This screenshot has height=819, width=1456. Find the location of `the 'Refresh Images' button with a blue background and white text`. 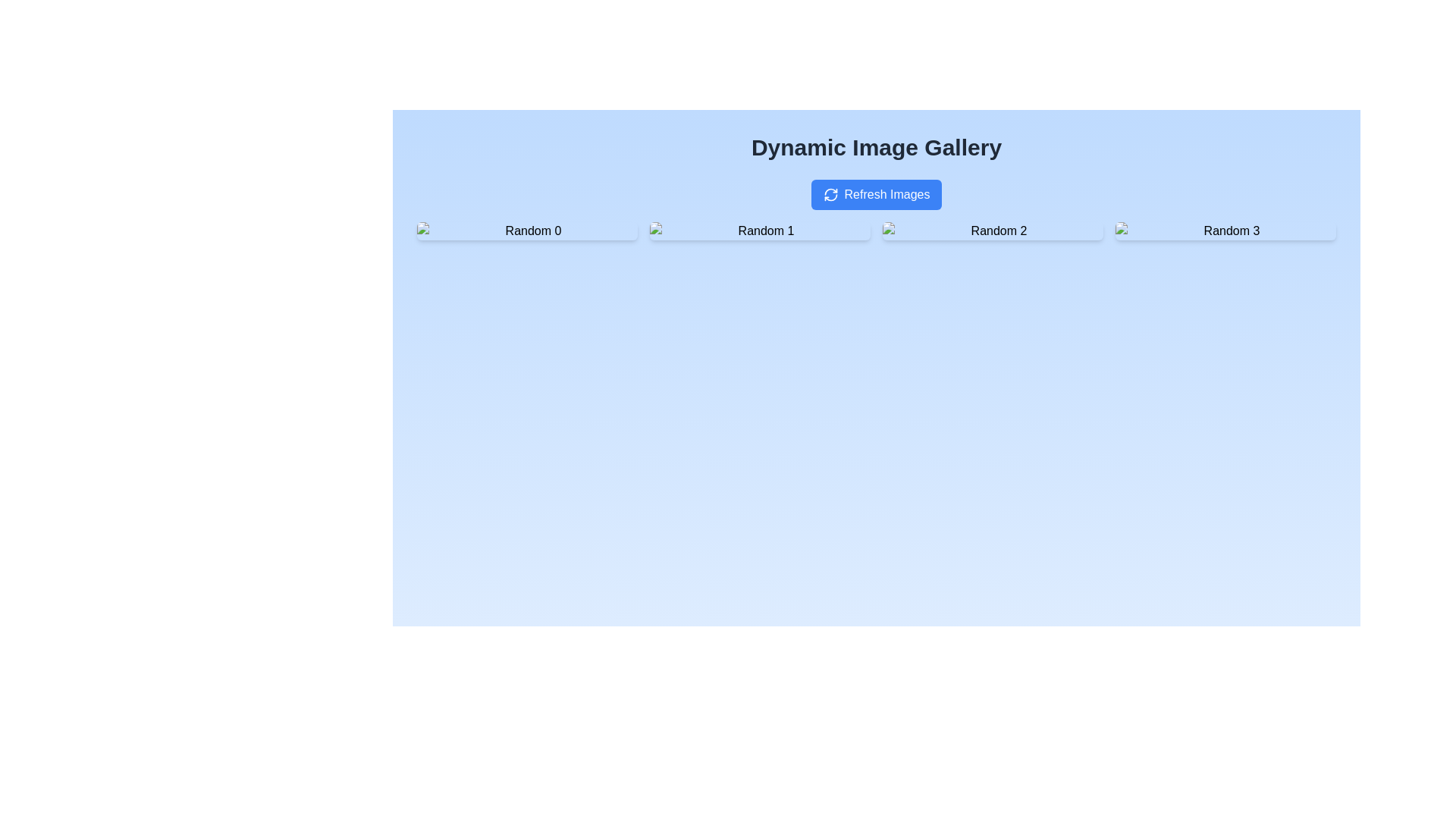

the 'Refresh Images' button with a blue background and white text is located at coordinates (877, 194).